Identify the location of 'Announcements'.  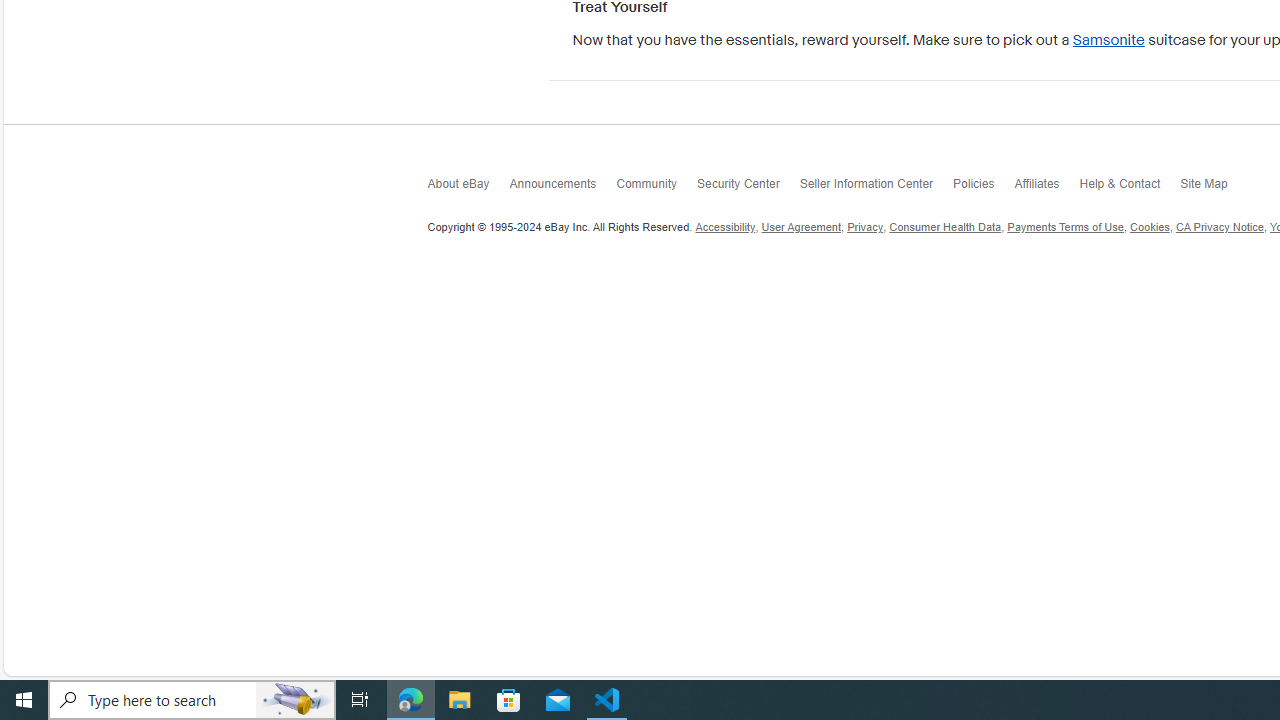
(562, 189).